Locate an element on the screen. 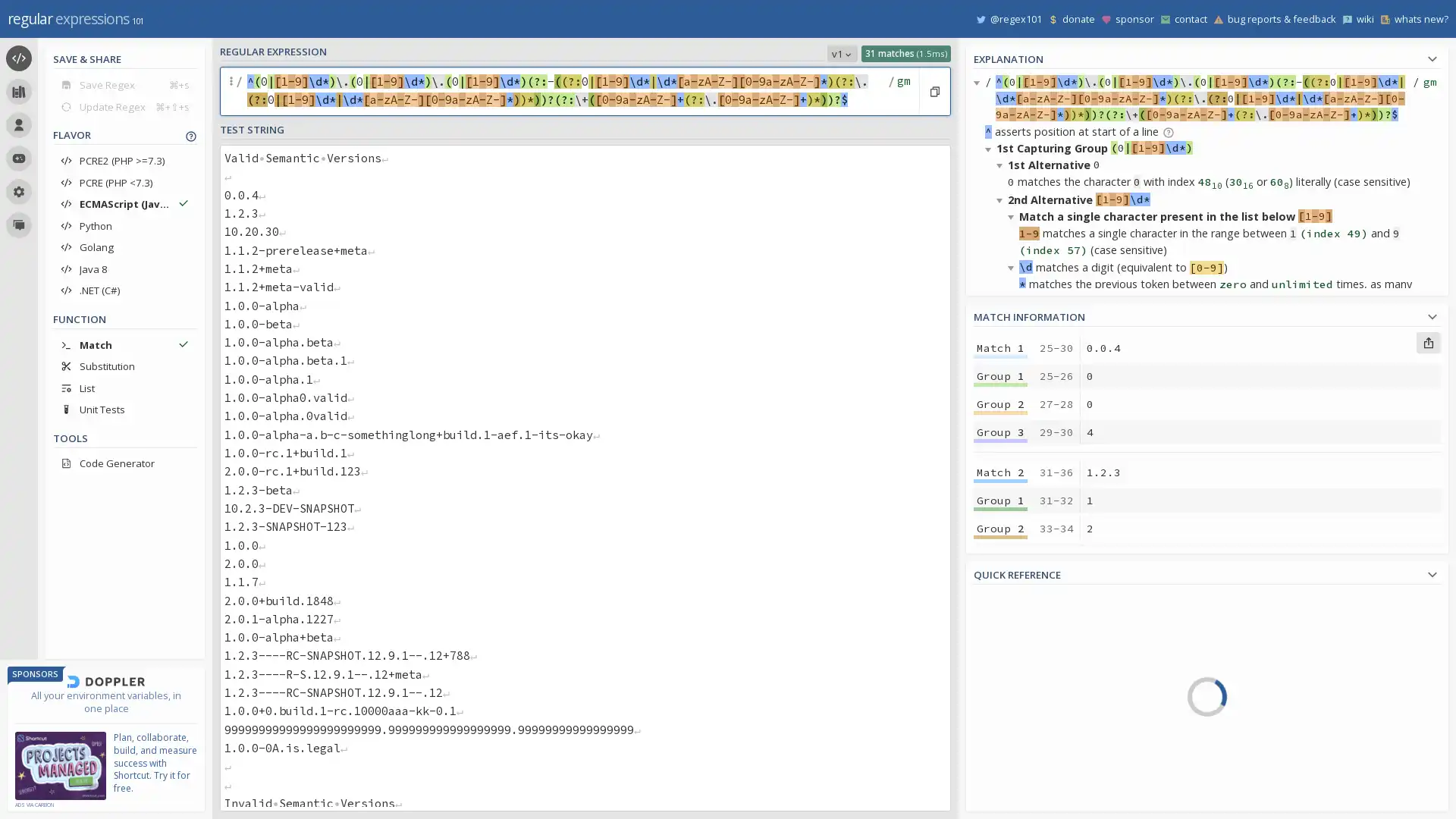  Python is located at coordinates (124, 225).